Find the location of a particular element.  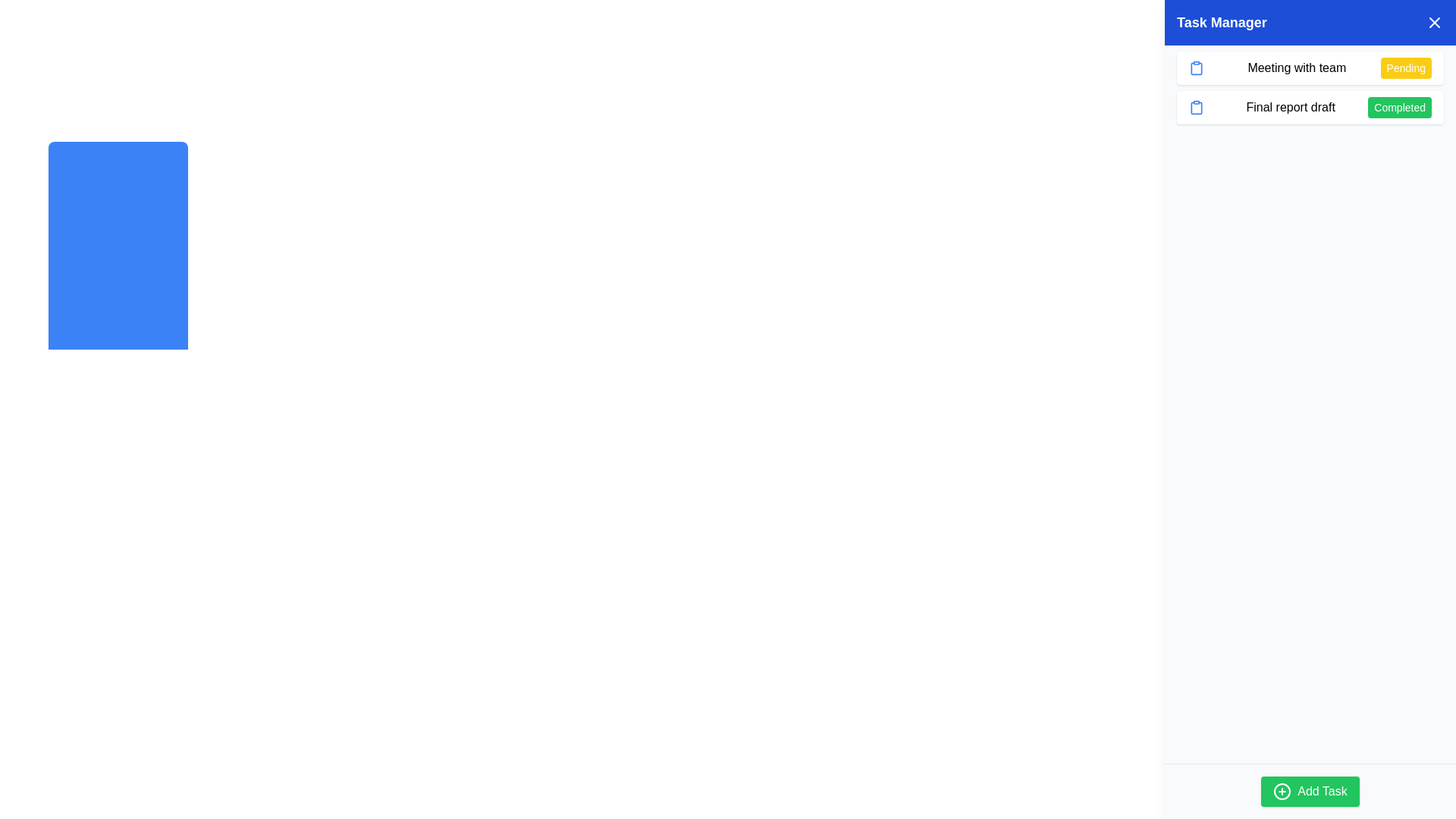

the Status Indicator button labeled 'Completed' with a green background, located is located at coordinates (1399, 107).